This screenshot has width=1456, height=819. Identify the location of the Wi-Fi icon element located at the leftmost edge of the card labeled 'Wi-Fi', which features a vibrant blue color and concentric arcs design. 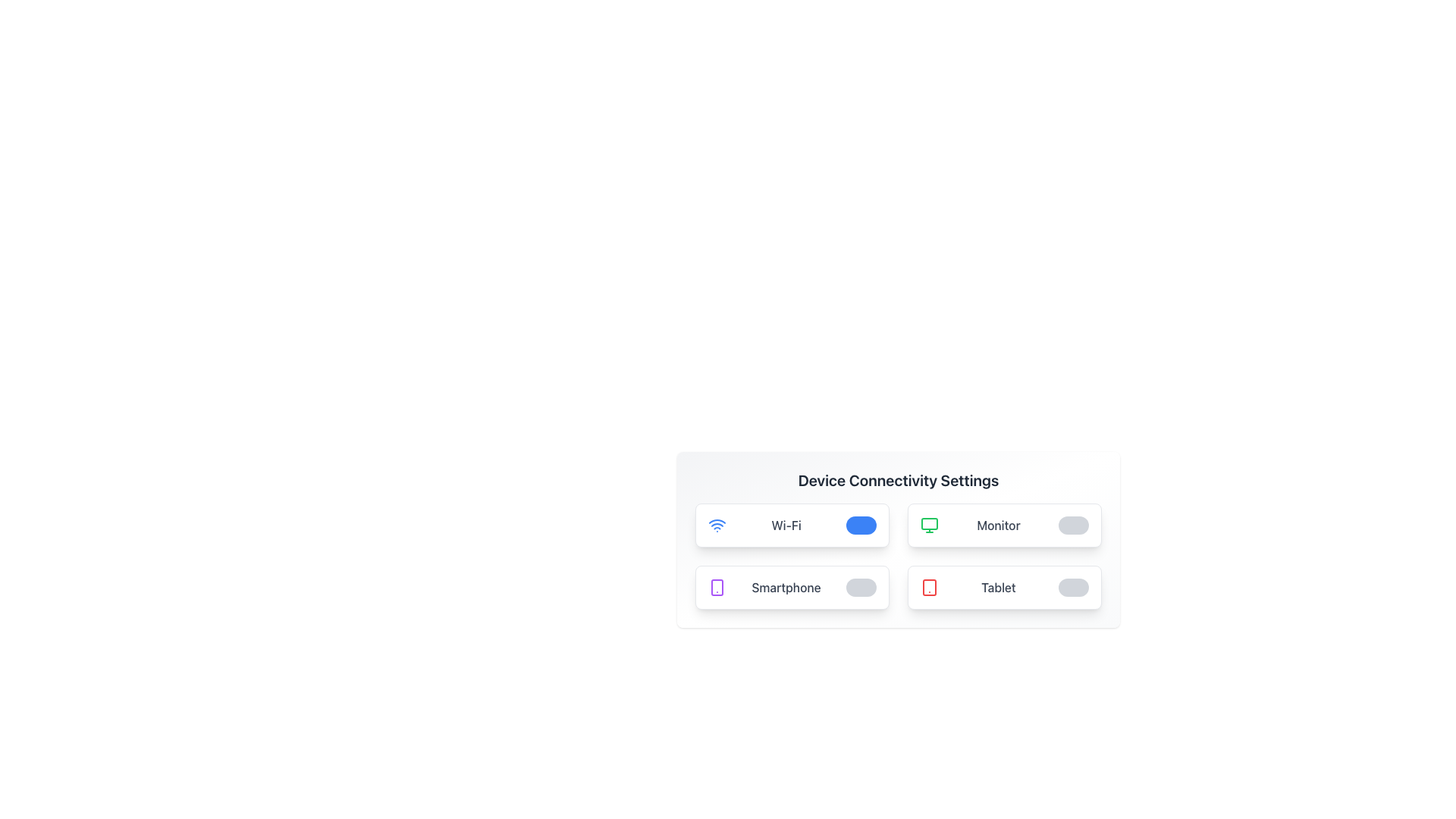
(716, 525).